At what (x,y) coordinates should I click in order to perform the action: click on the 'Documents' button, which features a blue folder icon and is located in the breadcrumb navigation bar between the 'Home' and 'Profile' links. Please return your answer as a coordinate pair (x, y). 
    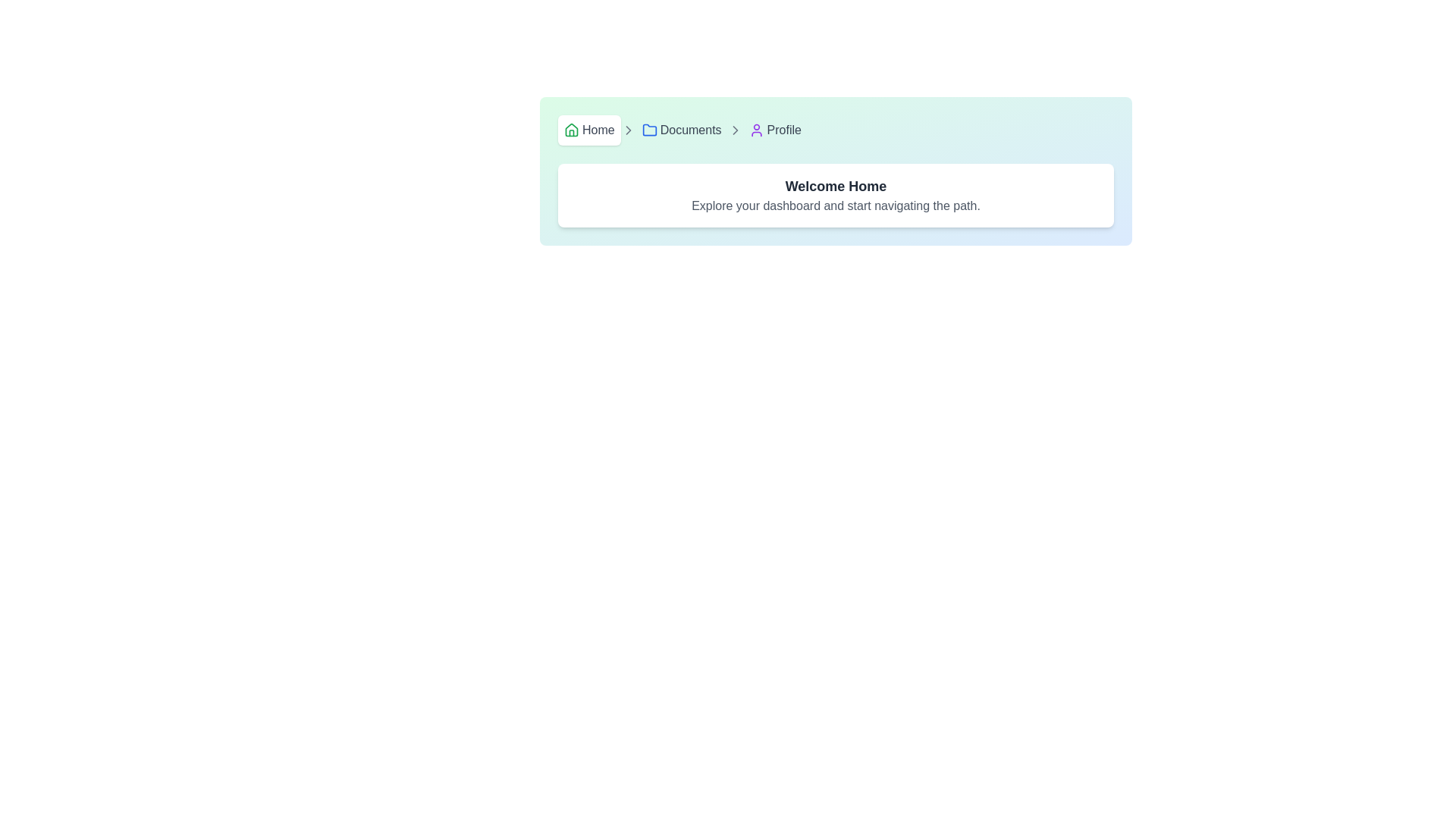
    Looking at the image, I should click on (680, 130).